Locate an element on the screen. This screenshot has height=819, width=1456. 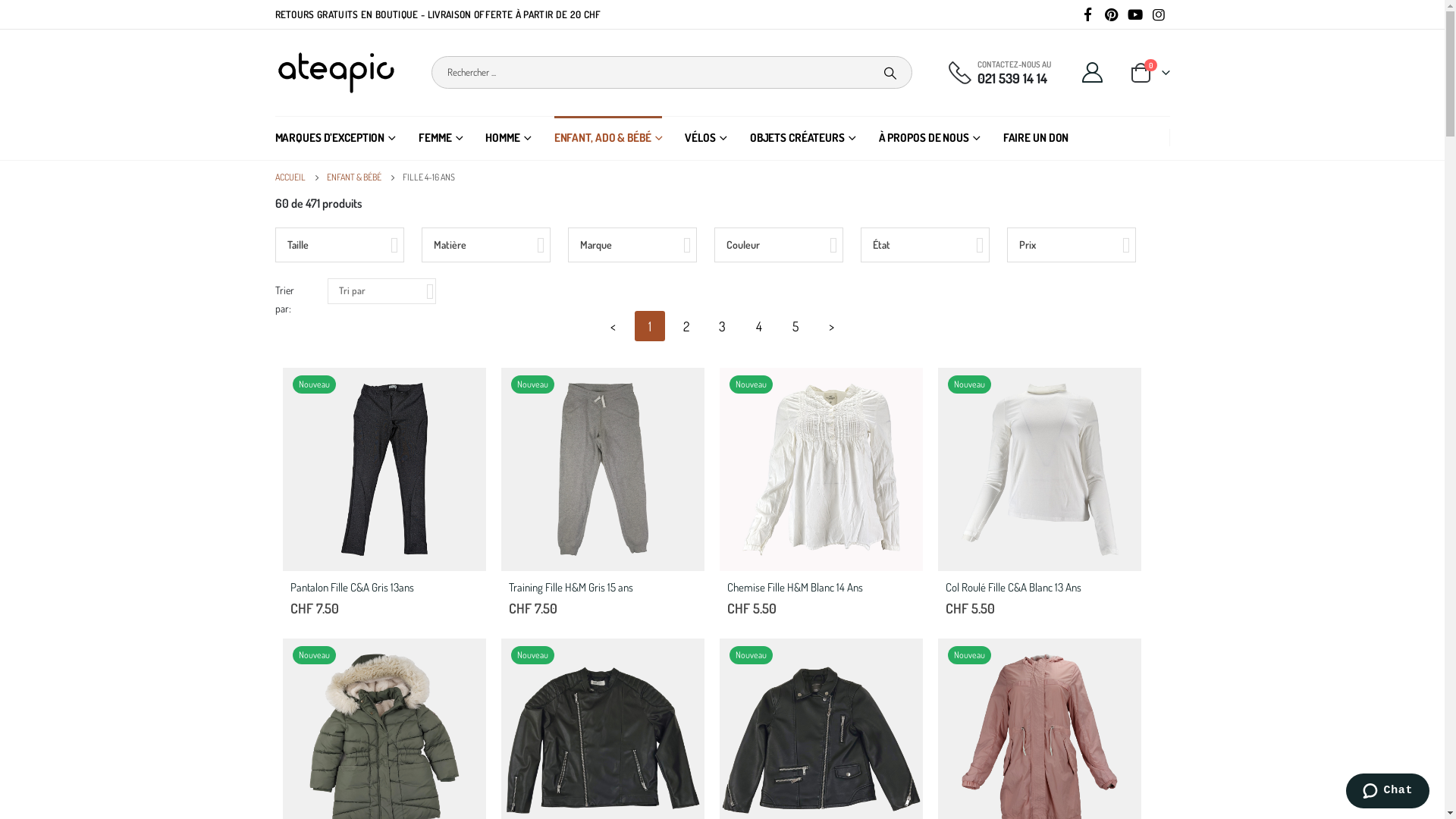
'3' is located at coordinates (720, 325).